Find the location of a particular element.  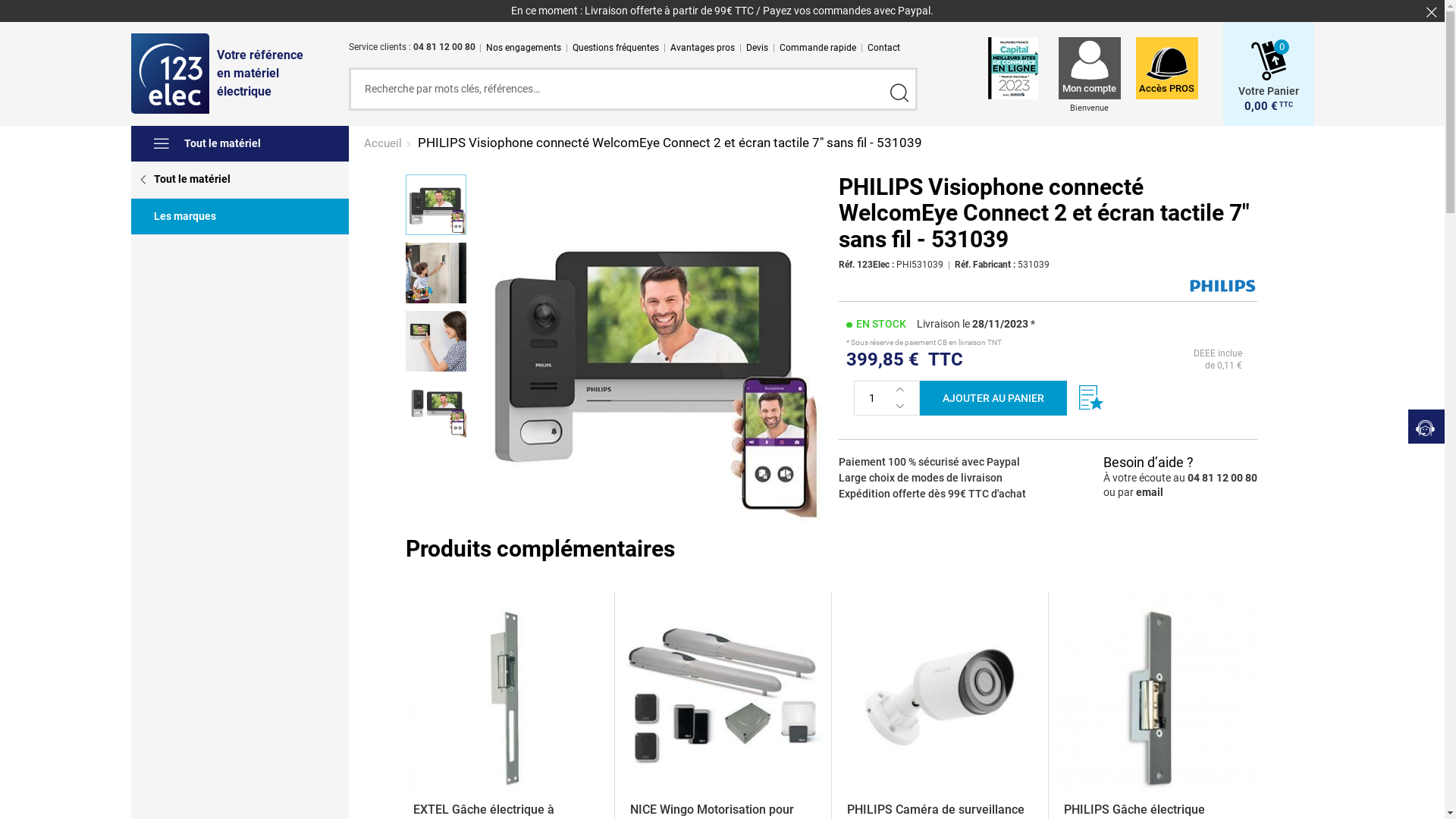

'Mon compte is located at coordinates (1043, 81).